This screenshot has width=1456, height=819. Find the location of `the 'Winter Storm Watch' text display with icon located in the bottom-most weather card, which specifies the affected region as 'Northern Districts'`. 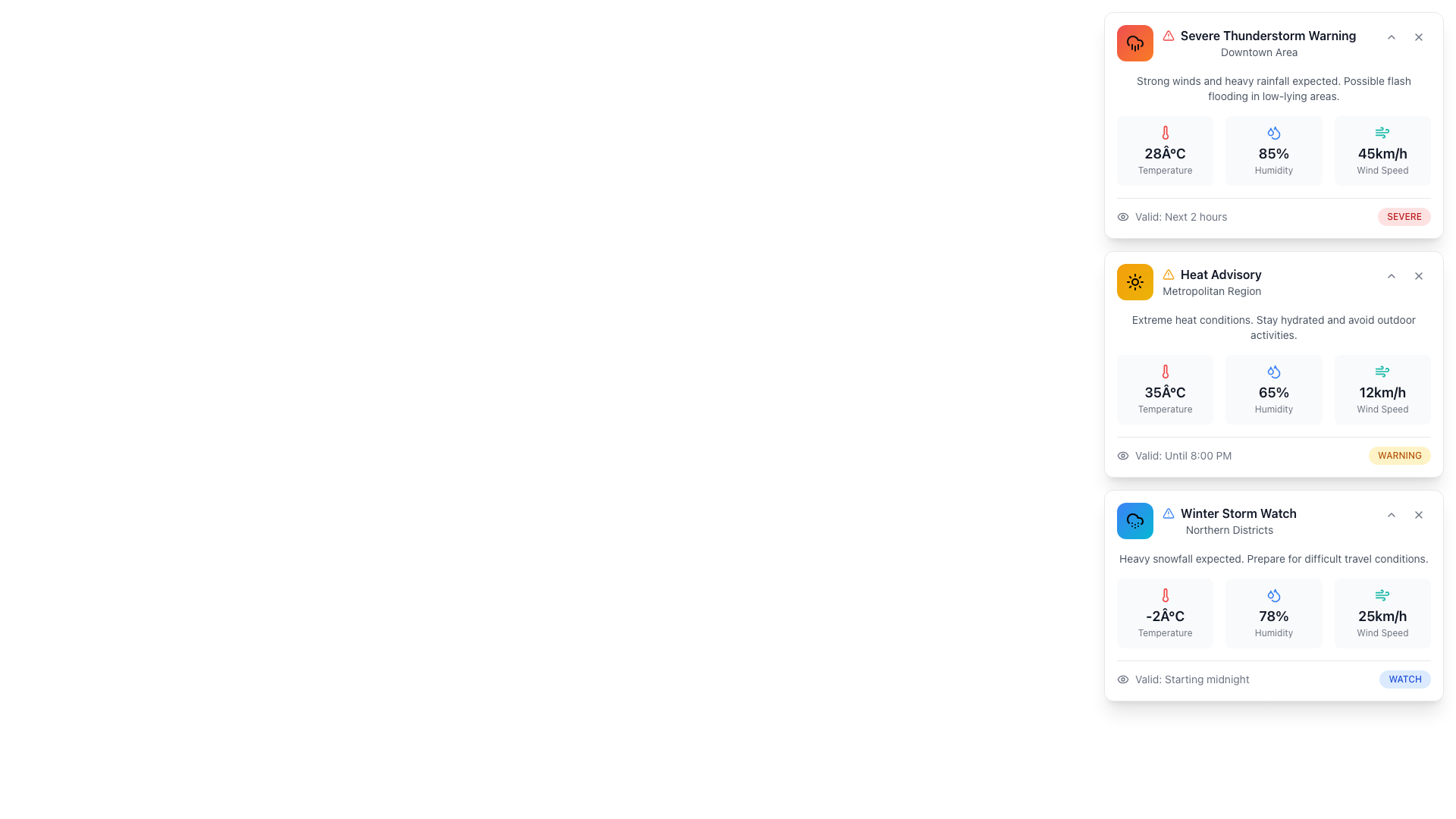

the 'Winter Storm Watch' text display with icon located in the bottom-most weather card, which specifies the affected region as 'Northern Districts' is located at coordinates (1229, 519).